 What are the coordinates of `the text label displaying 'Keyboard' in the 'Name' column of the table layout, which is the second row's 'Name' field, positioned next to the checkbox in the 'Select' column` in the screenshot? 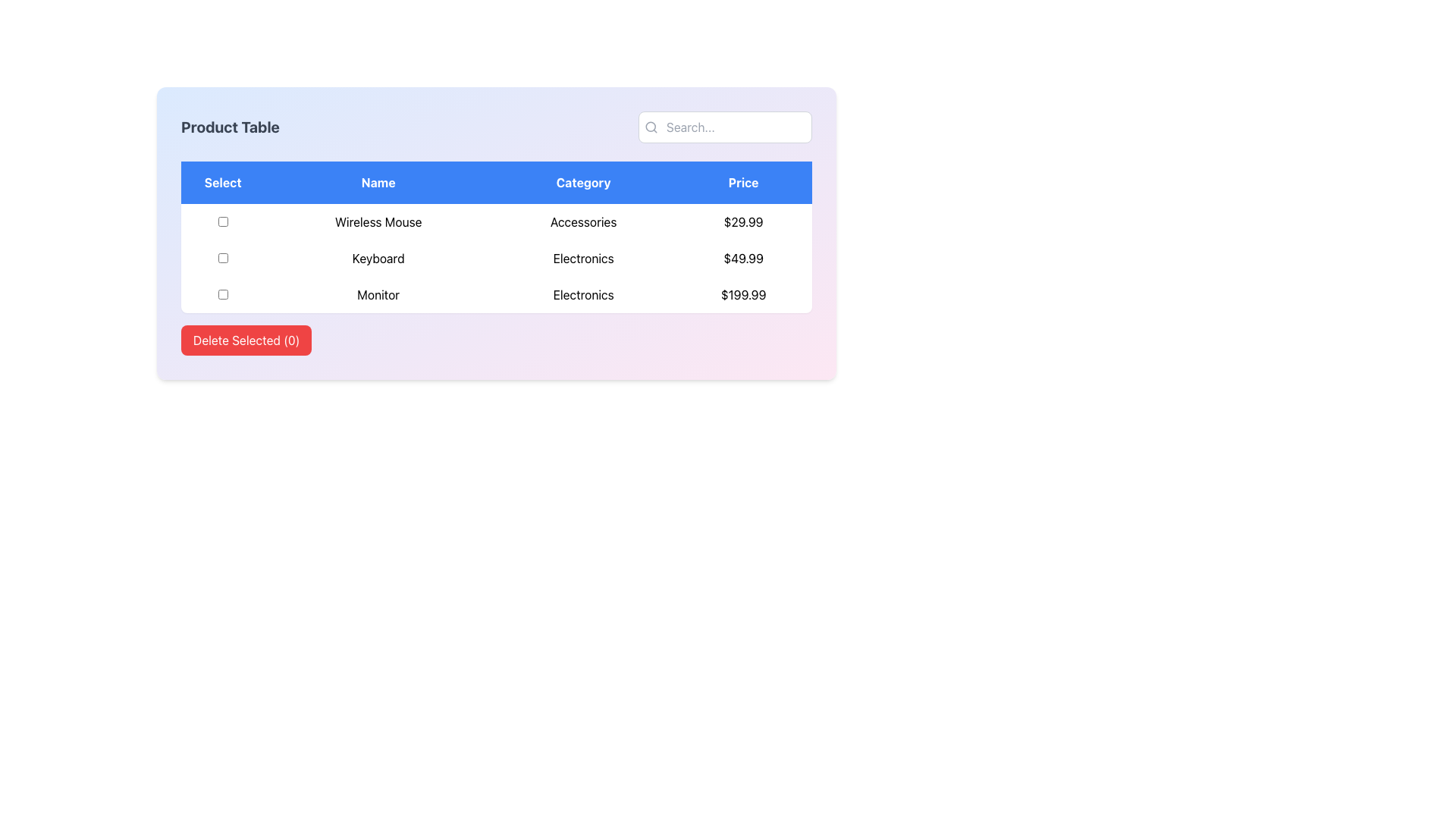 It's located at (378, 257).